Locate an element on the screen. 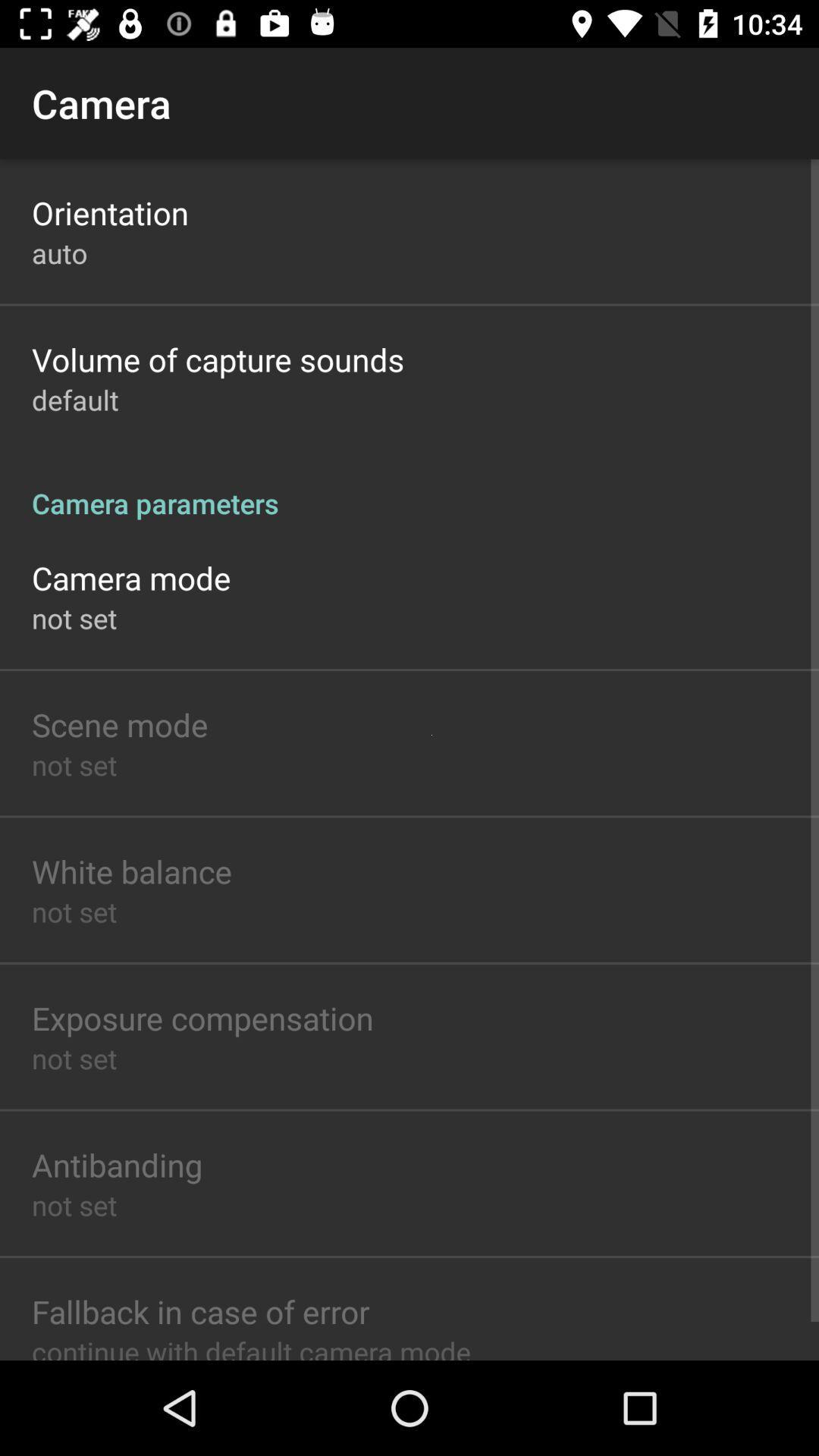 This screenshot has width=819, height=1456. white balance item is located at coordinates (130, 871).